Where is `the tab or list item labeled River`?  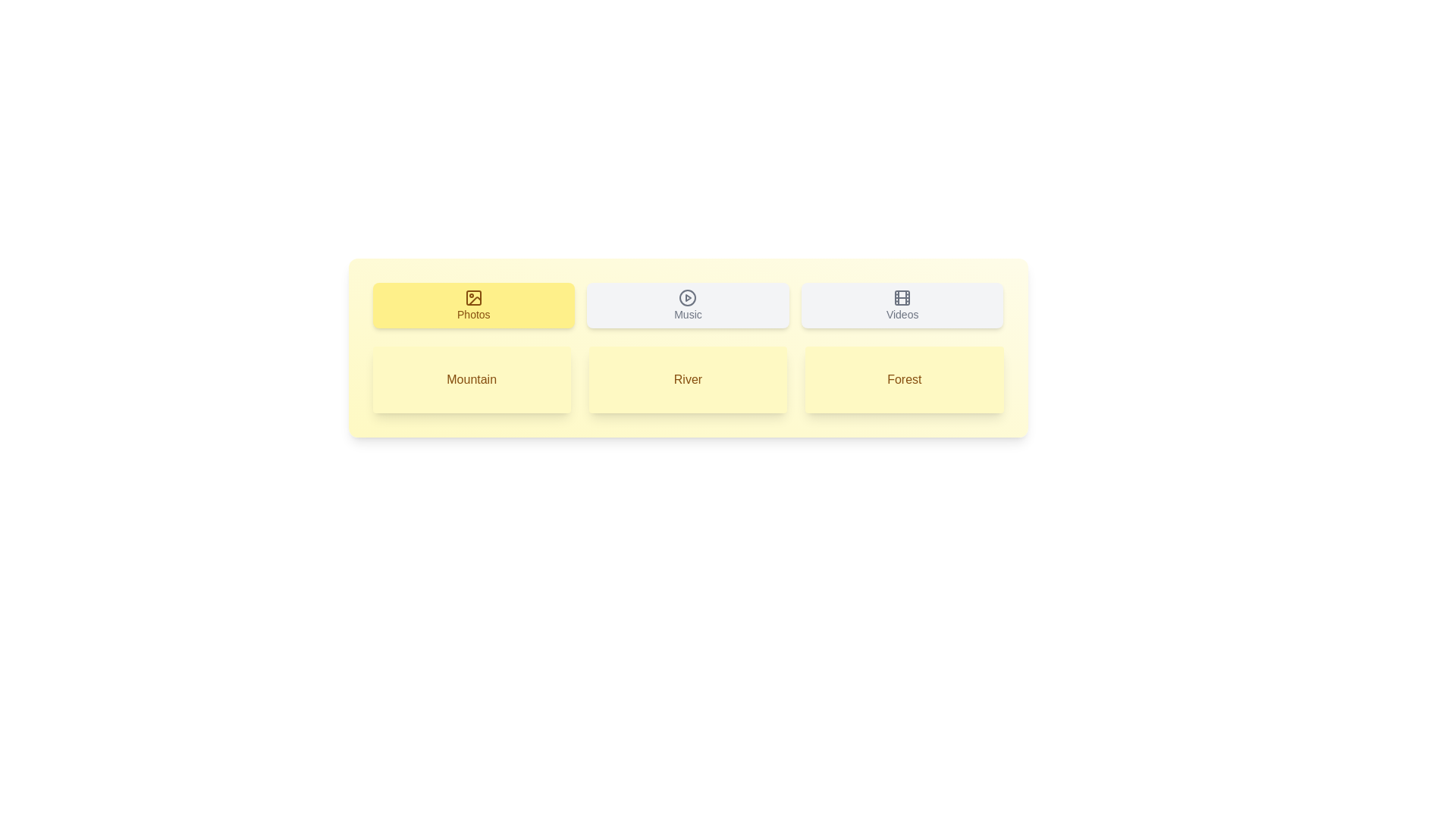 the tab or list item labeled River is located at coordinates (687, 379).